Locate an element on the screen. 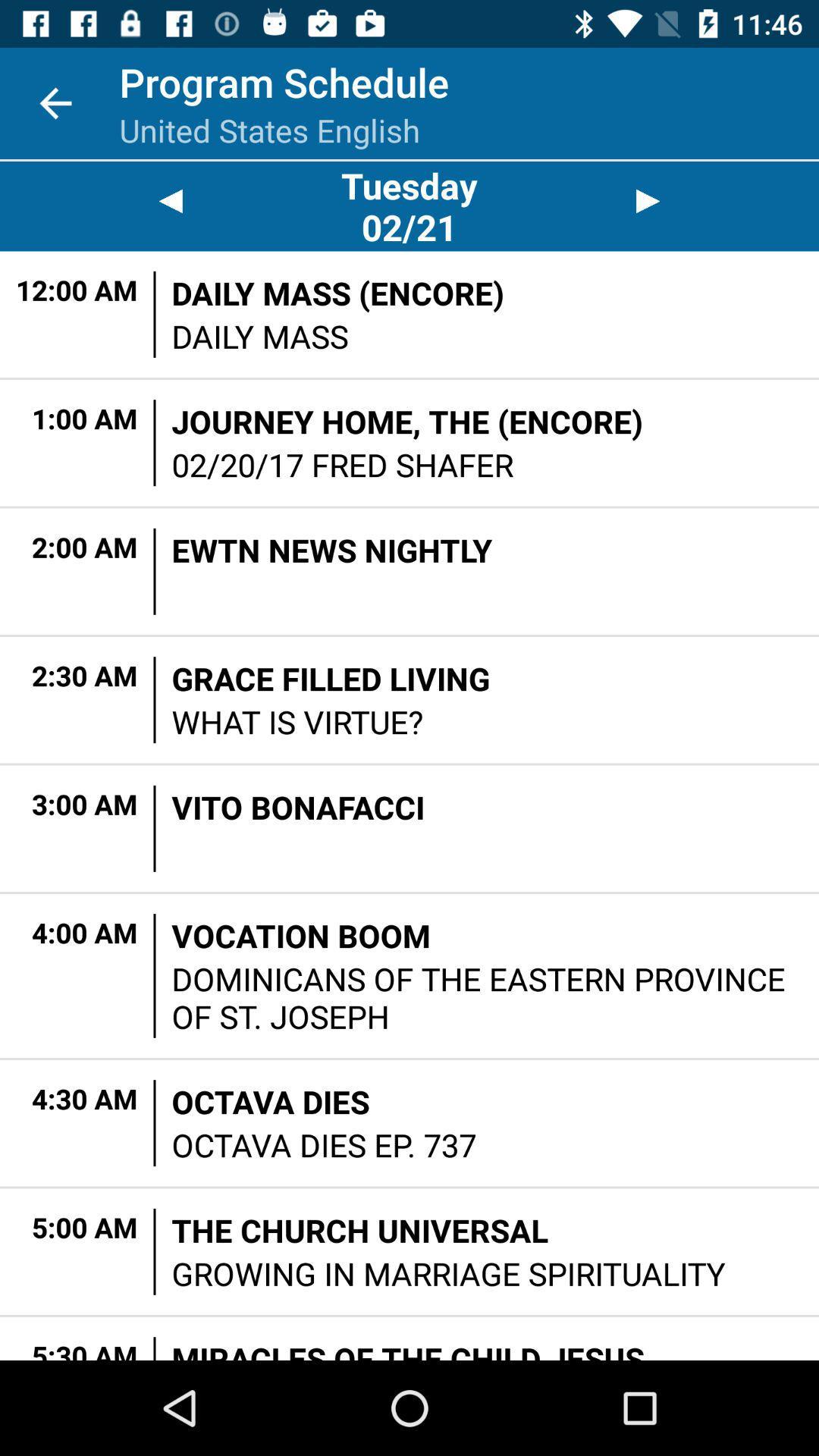  item next to the the church universal is located at coordinates (155, 1251).